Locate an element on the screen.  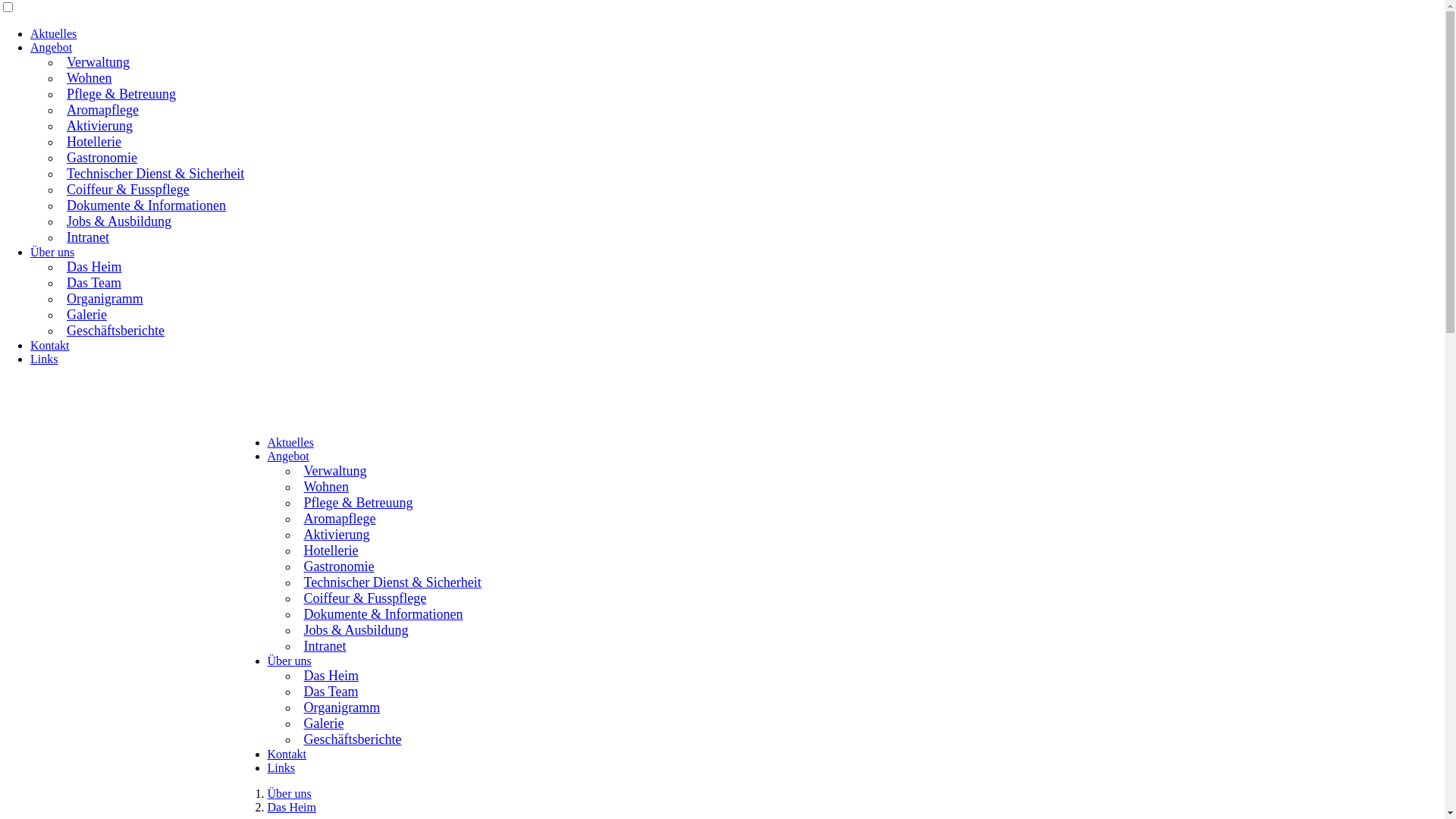
'Verwaltung' is located at coordinates (332, 468).